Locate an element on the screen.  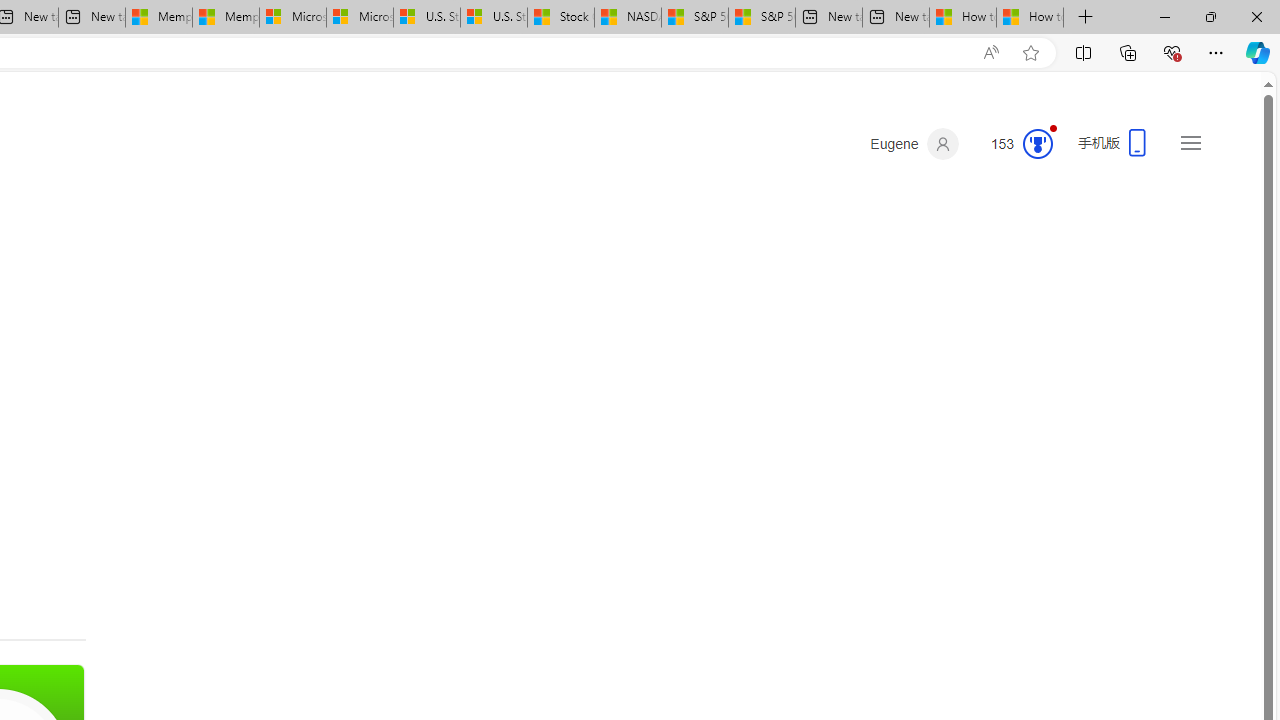
'Settings and quick links' is located at coordinates (1191, 141).